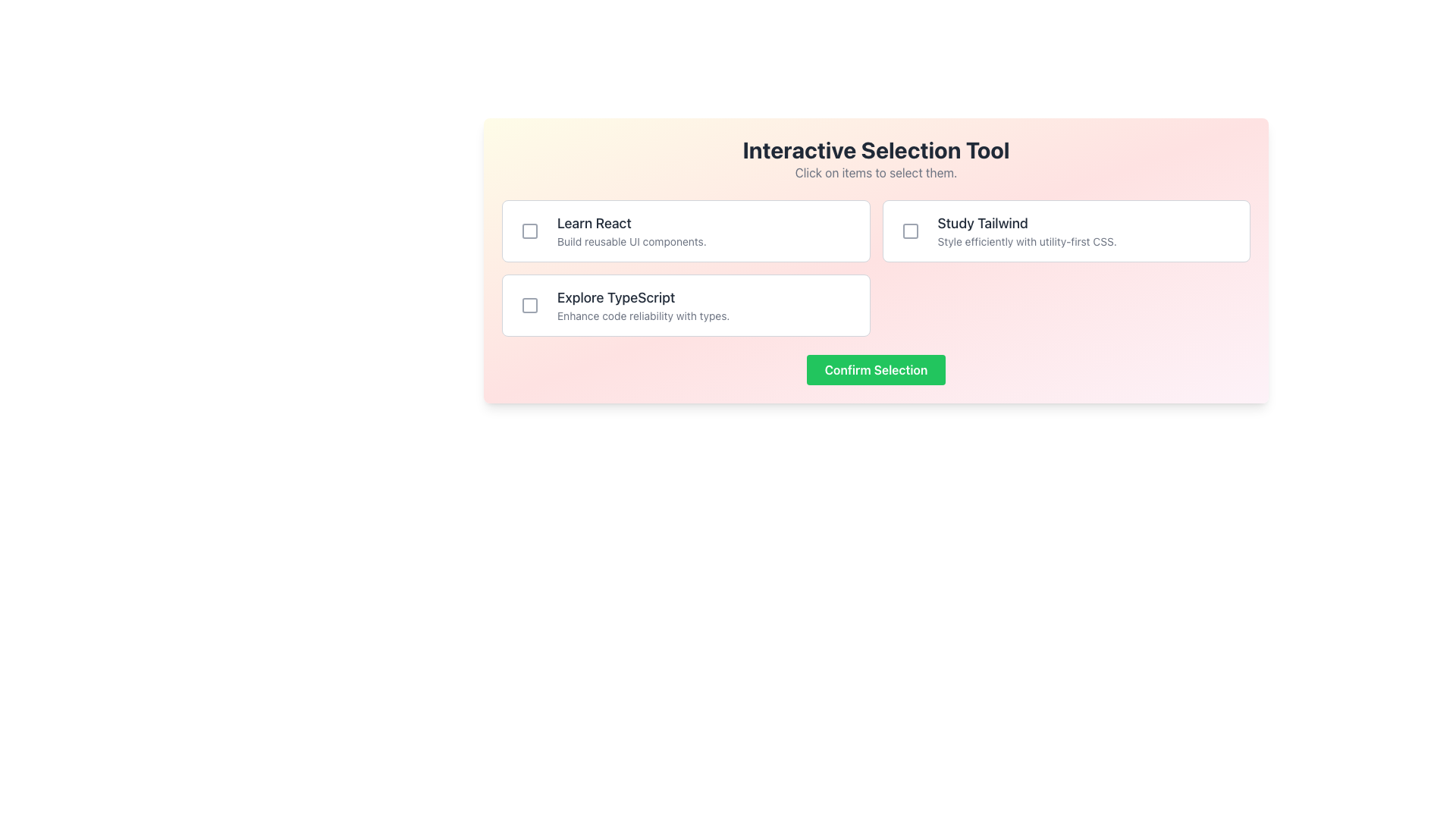 The width and height of the screenshot is (1456, 819). I want to click on the gray square-shaped checkbox icon located to the left of the 'Learn React' label to trigger a tooltip or visual effect, so click(530, 231).